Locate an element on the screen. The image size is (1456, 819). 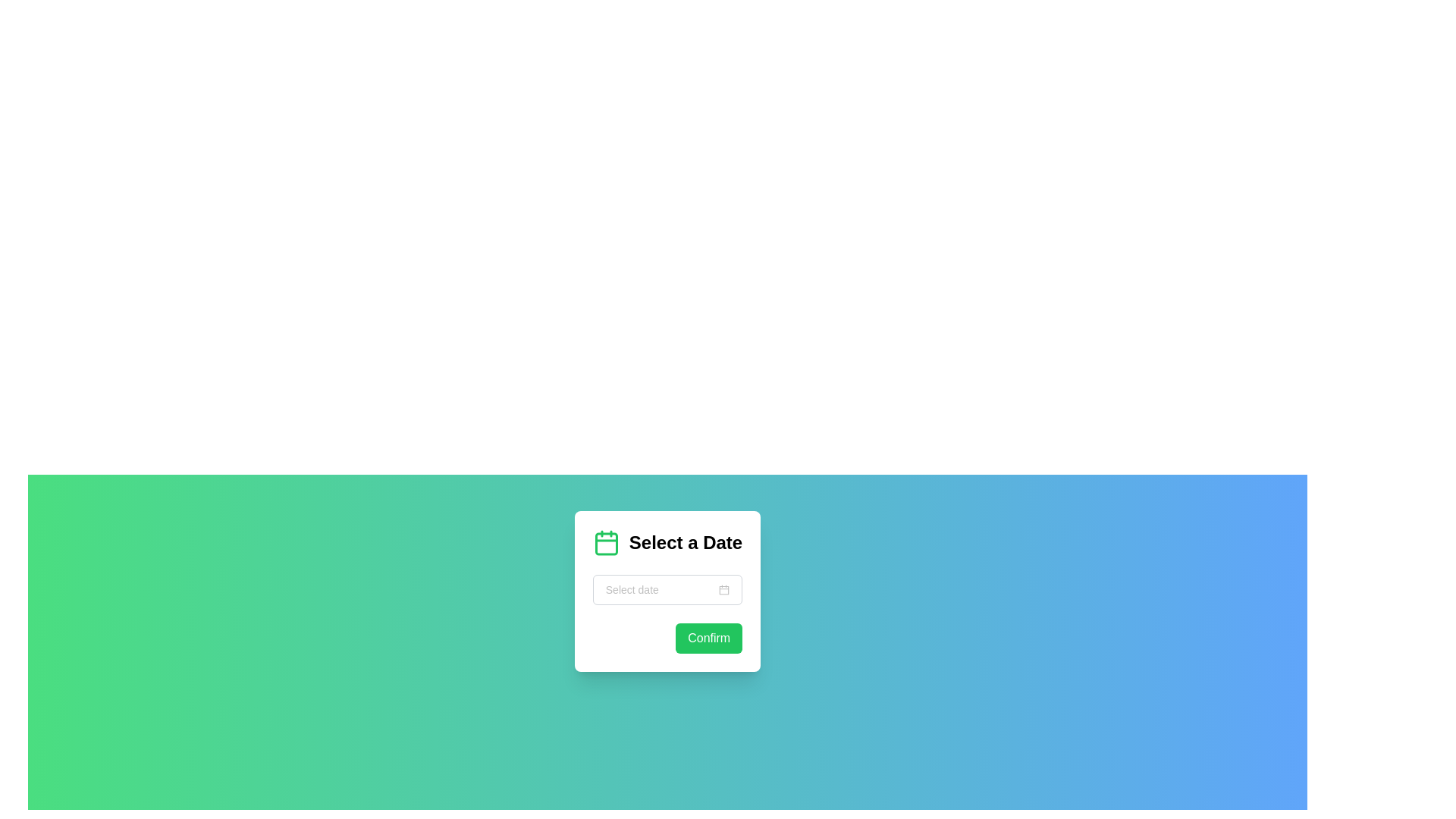
the minimalistic gray calendar icon located to the far right of the date input box is located at coordinates (723, 589).